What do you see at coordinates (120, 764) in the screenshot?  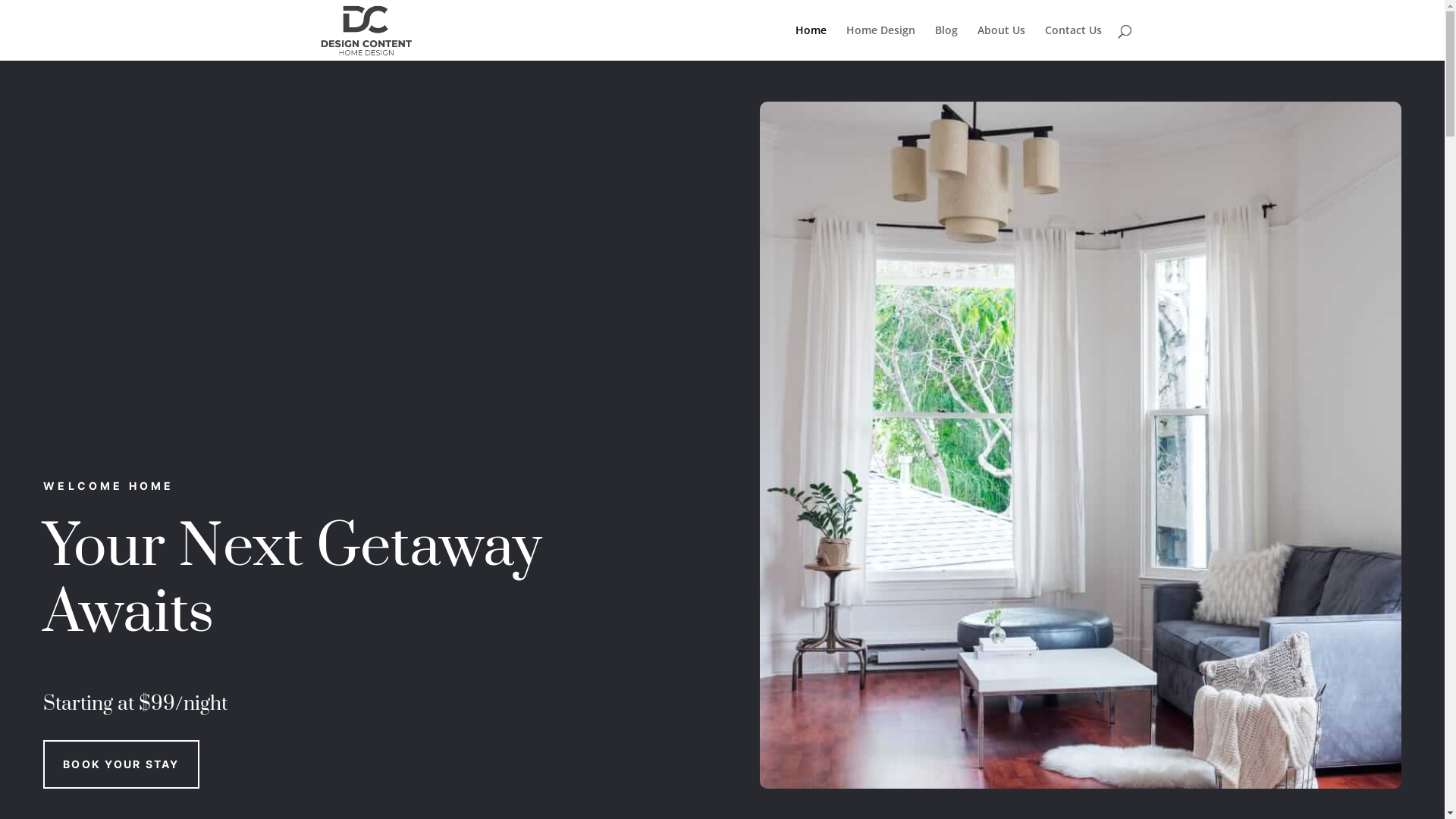 I see `'BOOK YOUR STAY'` at bounding box center [120, 764].